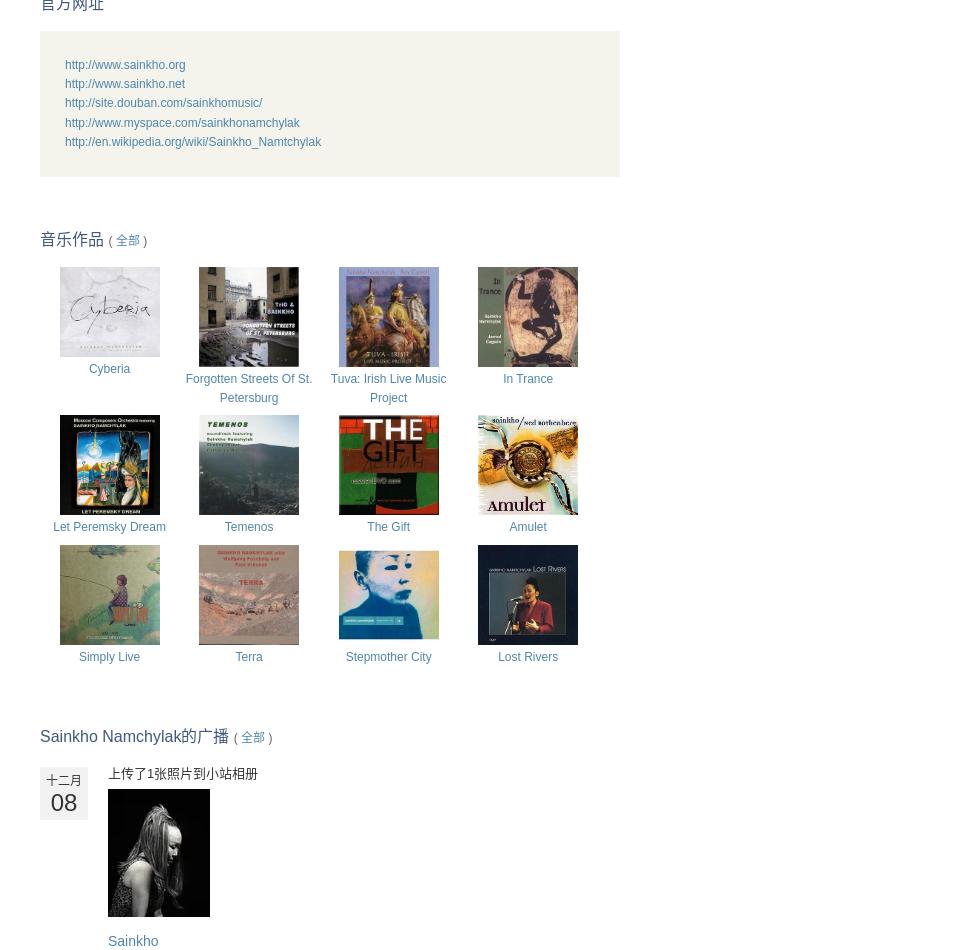  I want to click on 'The Gift', so click(387, 526).